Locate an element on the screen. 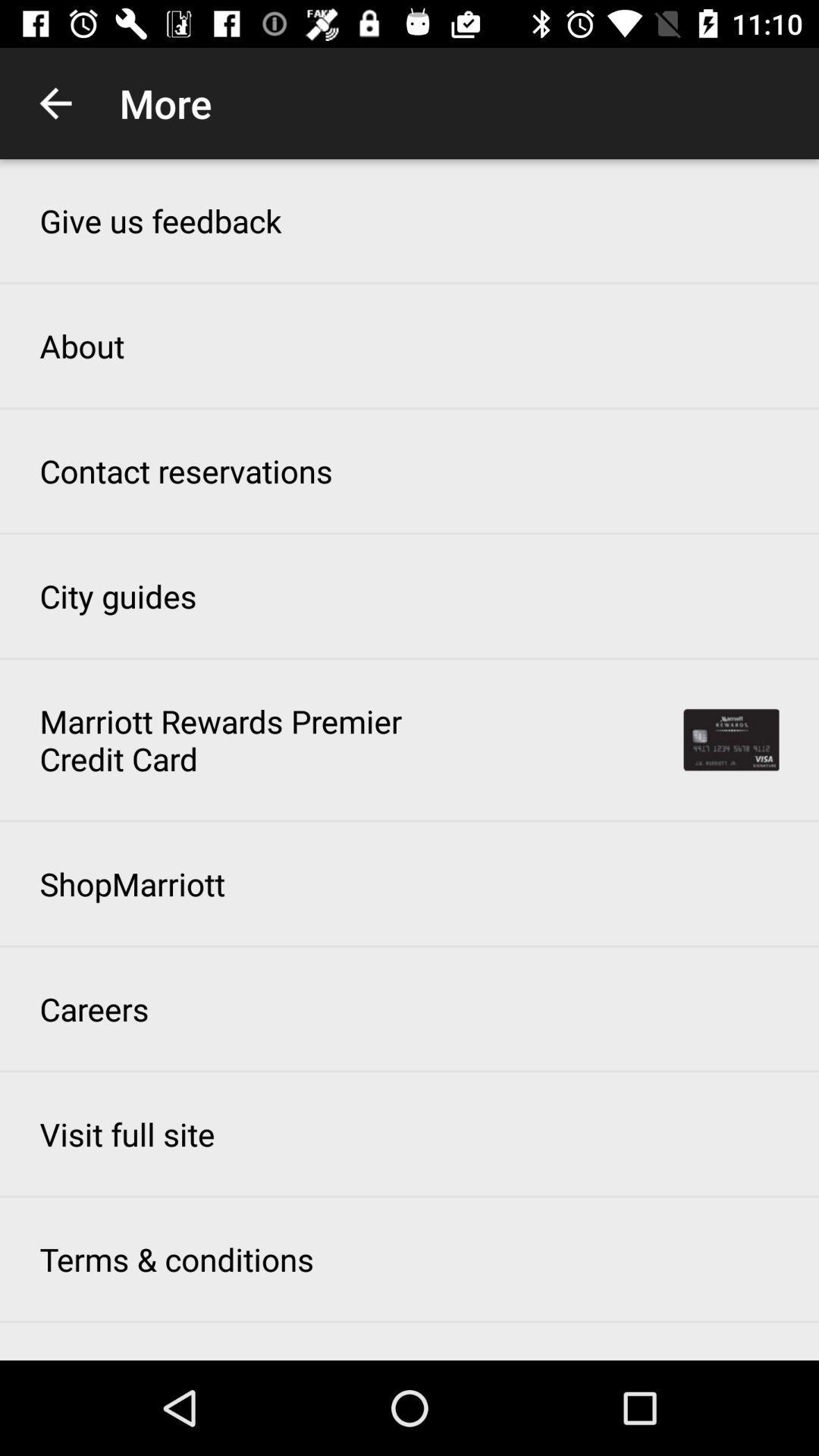  the city guides item is located at coordinates (117, 595).